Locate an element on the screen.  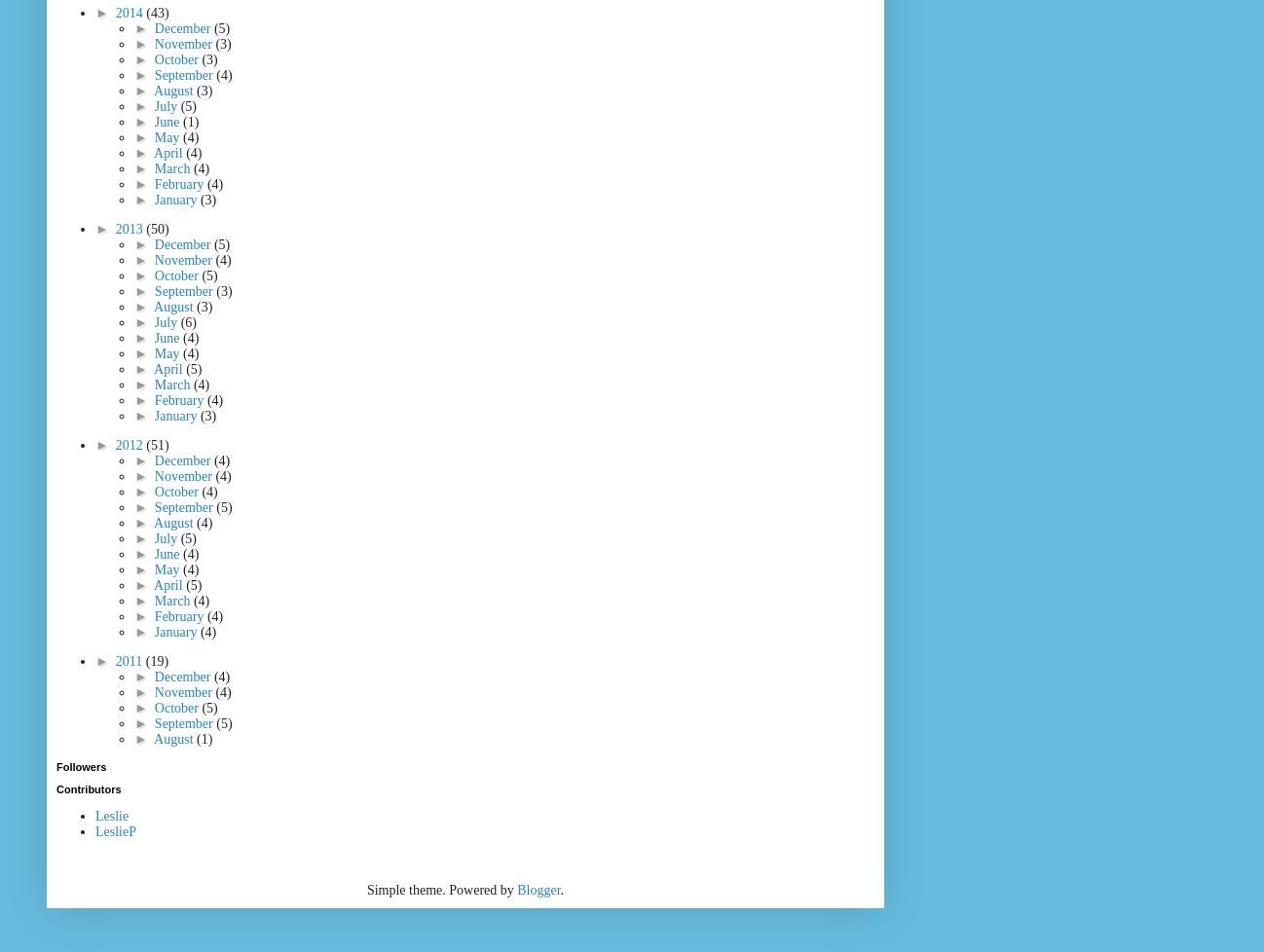
'(50)' is located at coordinates (156, 229).